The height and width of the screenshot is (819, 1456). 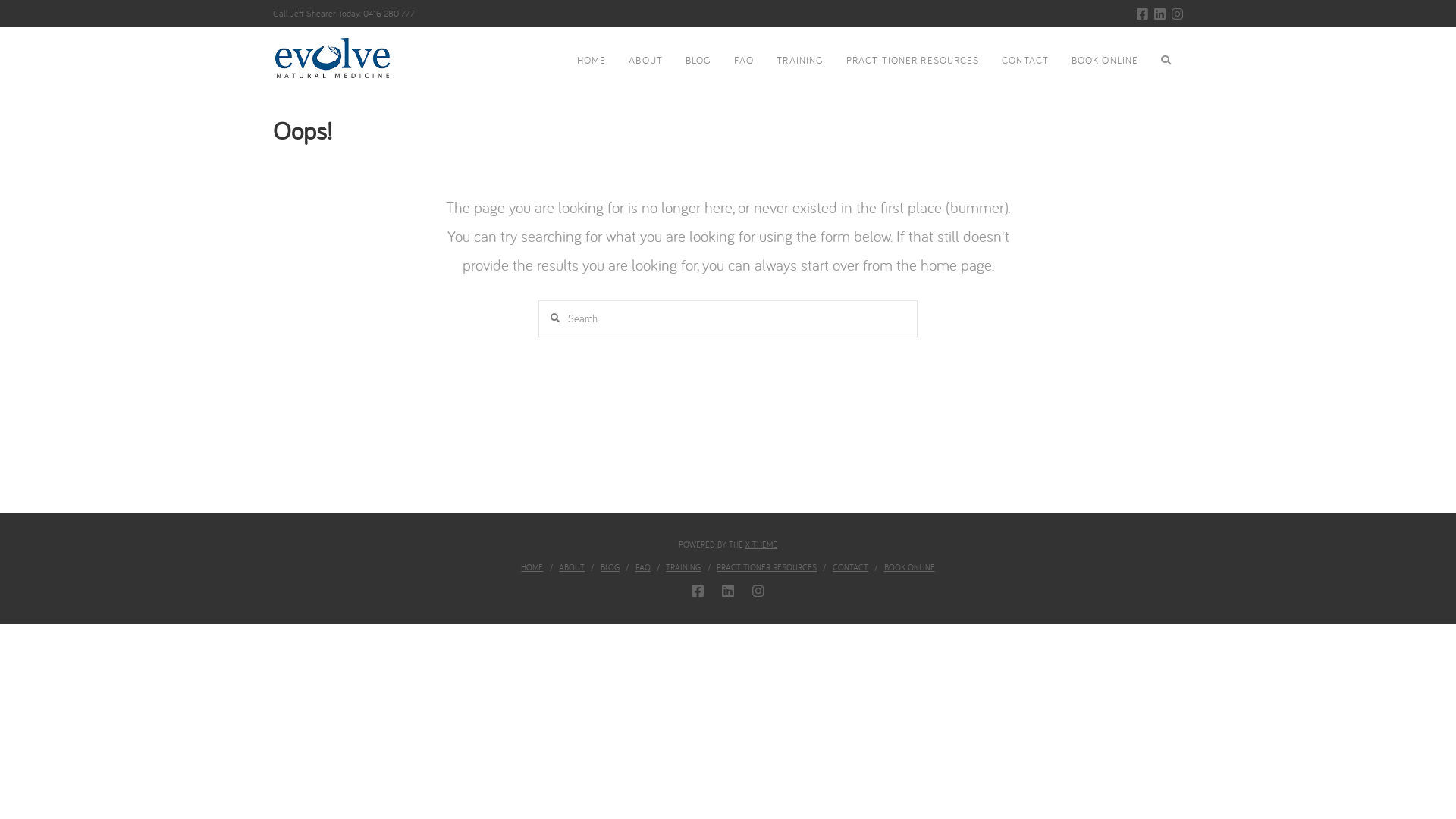 What do you see at coordinates (563, 61) in the screenshot?
I see `'HOME'` at bounding box center [563, 61].